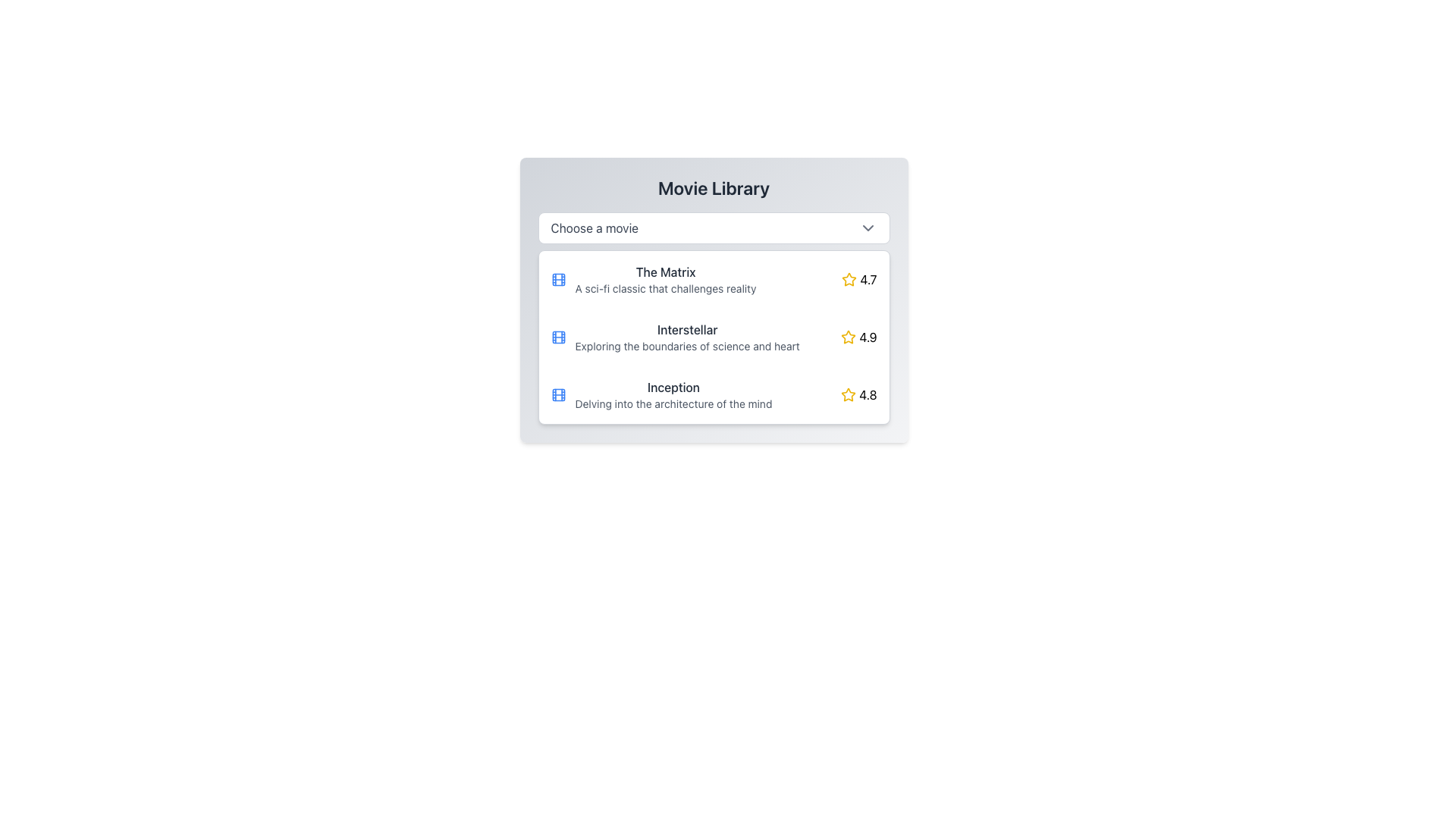 This screenshot has width=1456, height=819. What do you see at coordinates (557, 394) in the screenshot?
I see `the small, square-shaped blue film reel icon located to the left of the movie title 'Inception' in the third row of the movie list` at bounding box center [557, 394].